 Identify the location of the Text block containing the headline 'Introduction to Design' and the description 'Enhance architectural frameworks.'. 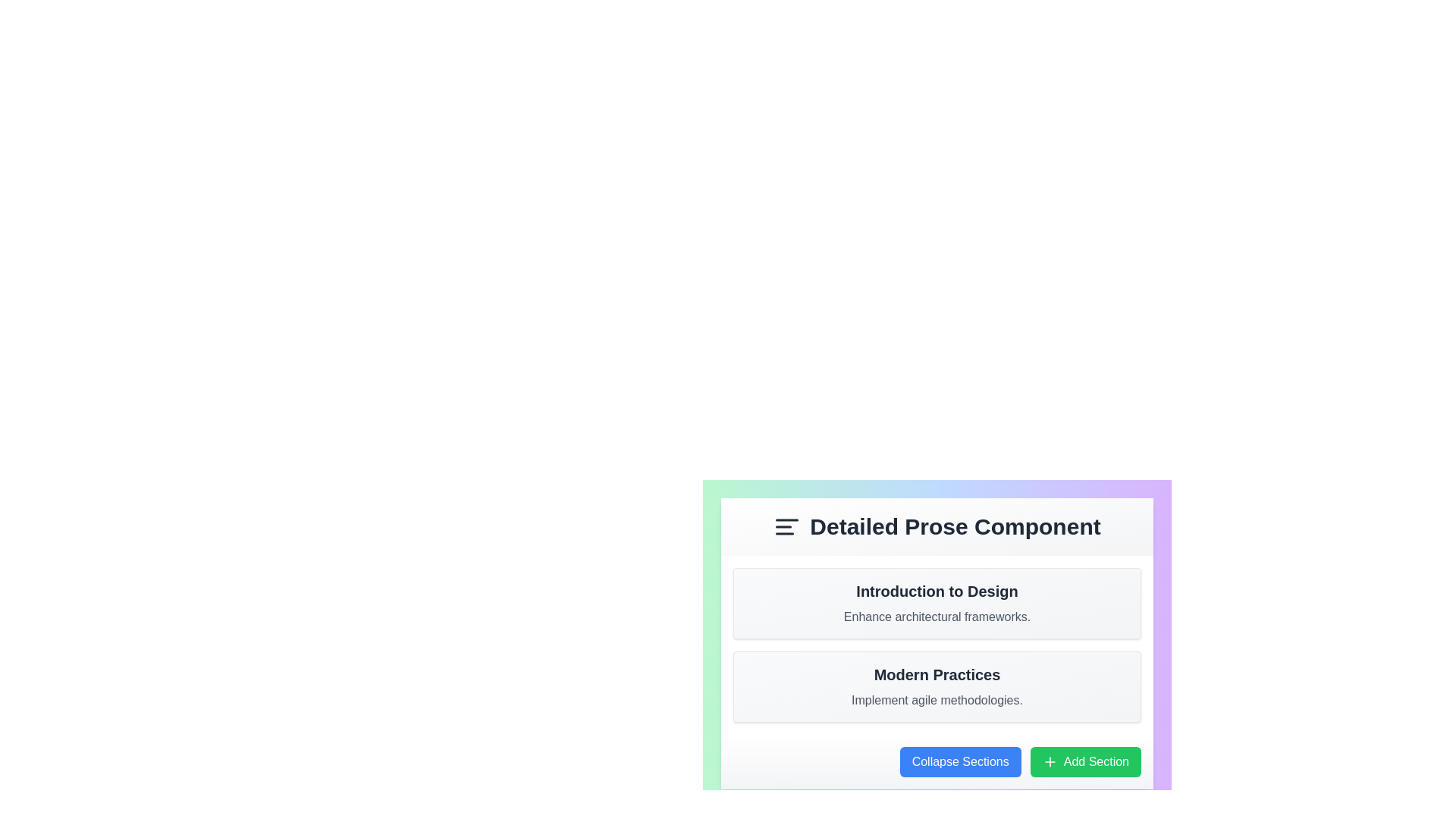
(937, 626).